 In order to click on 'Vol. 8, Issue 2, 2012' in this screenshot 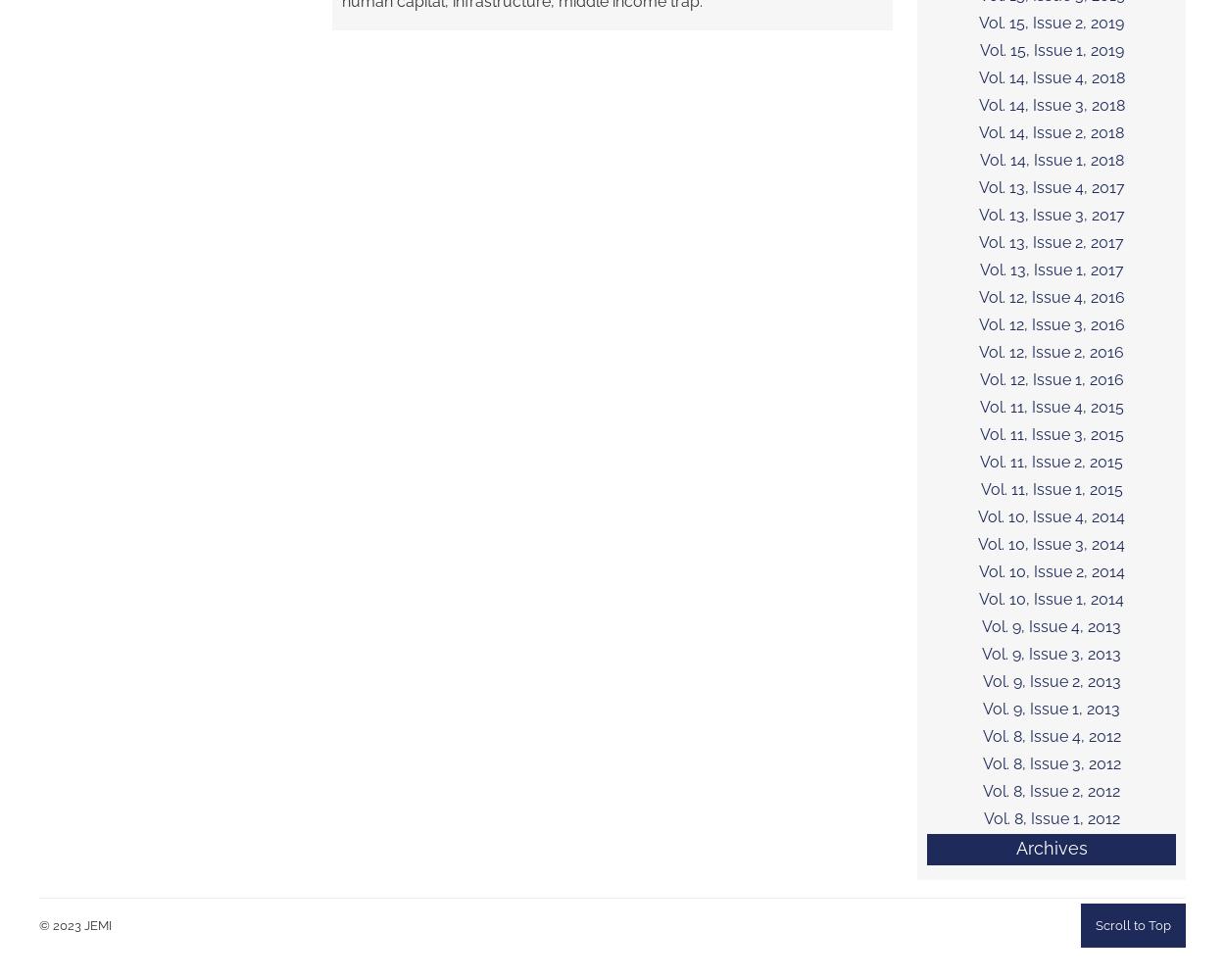, I will do `click(1051, 791)`.